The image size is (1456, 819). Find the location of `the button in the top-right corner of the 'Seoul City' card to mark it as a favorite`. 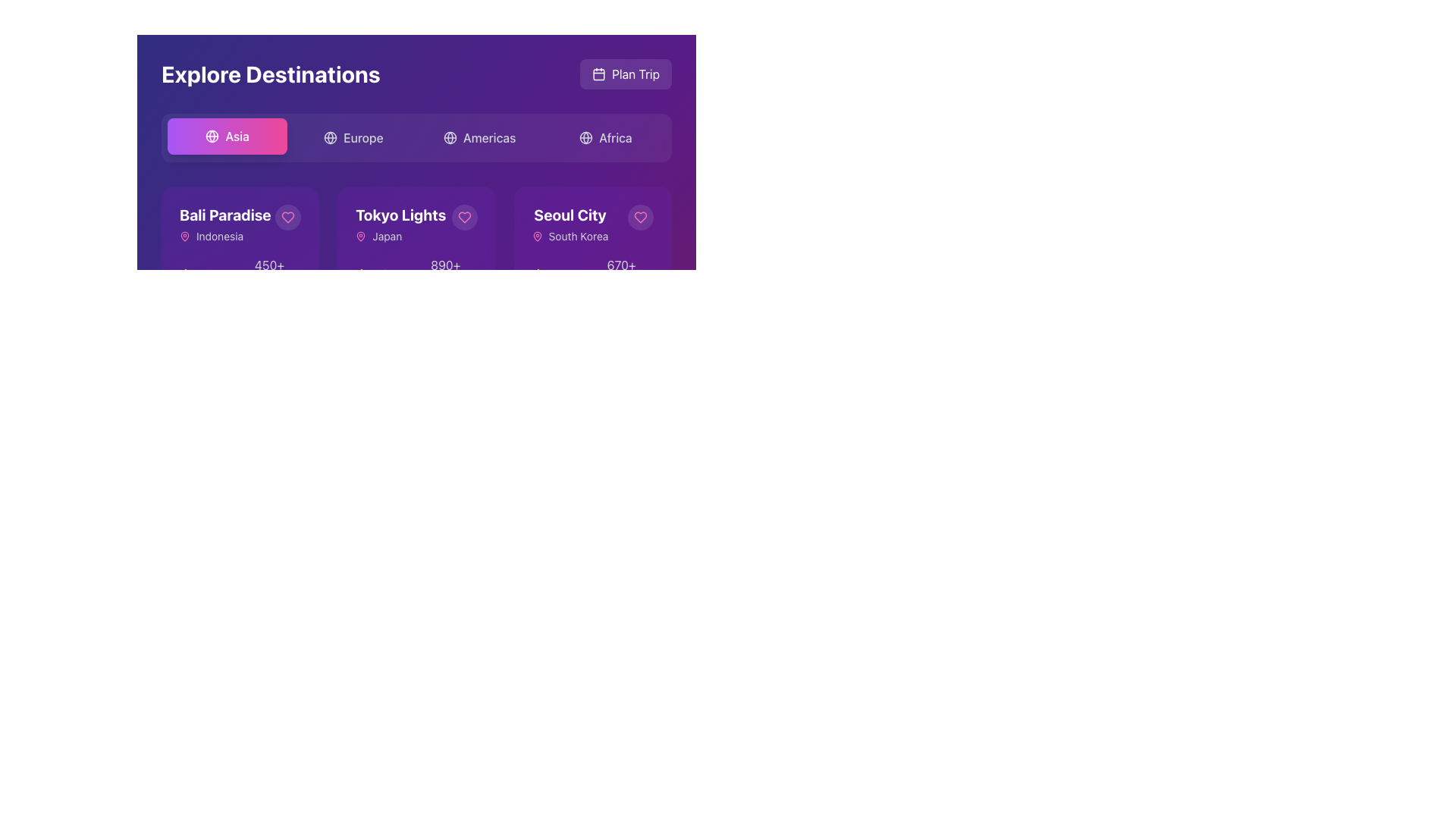

the button in the top-right corner of the 'Seoul City' card to mark it as a favorite is located at coordinates (640, 217).